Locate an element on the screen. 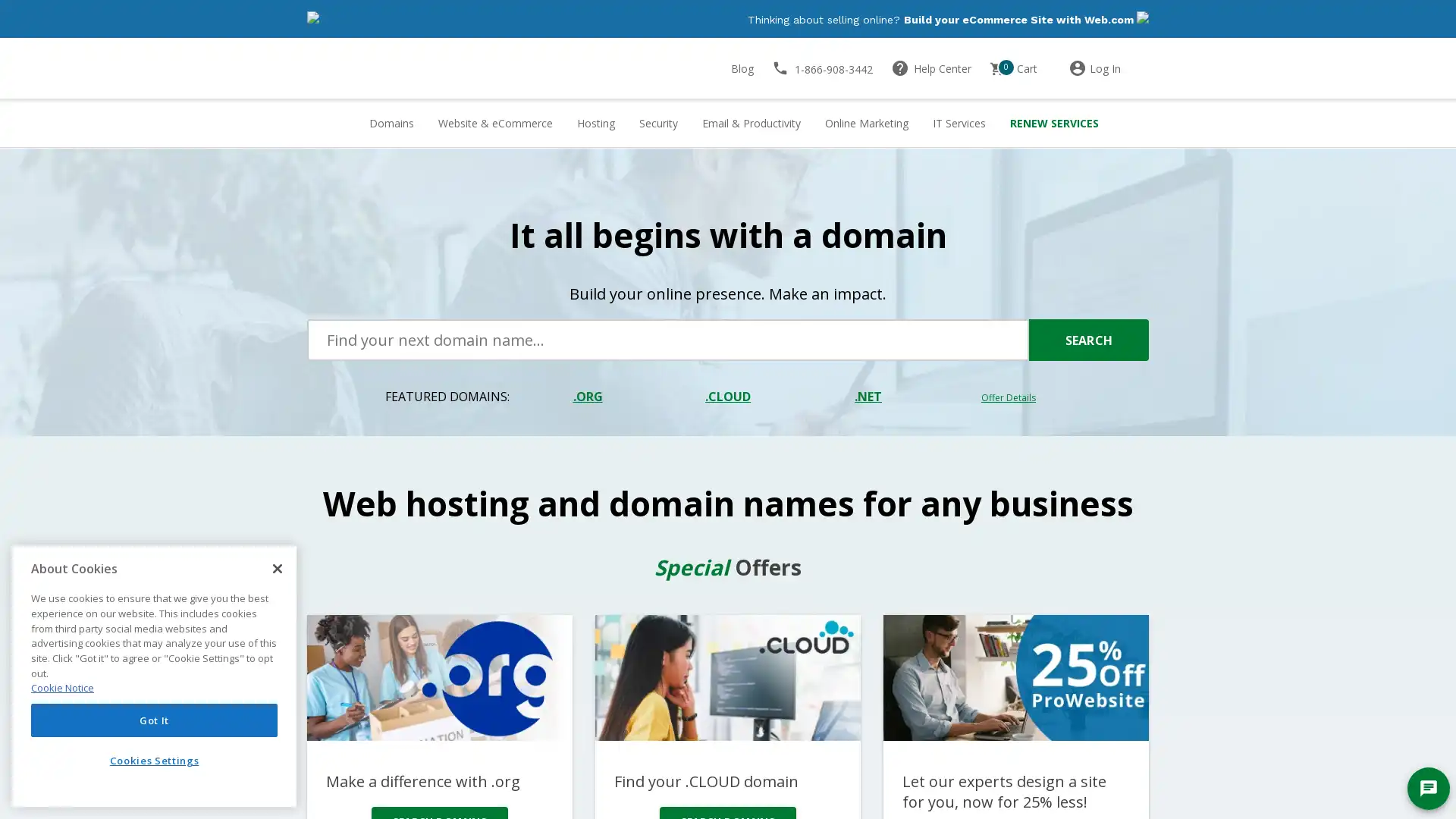 This screenshot has height=819, width=1456. Offer Details is located at coordinates (1008, 398).